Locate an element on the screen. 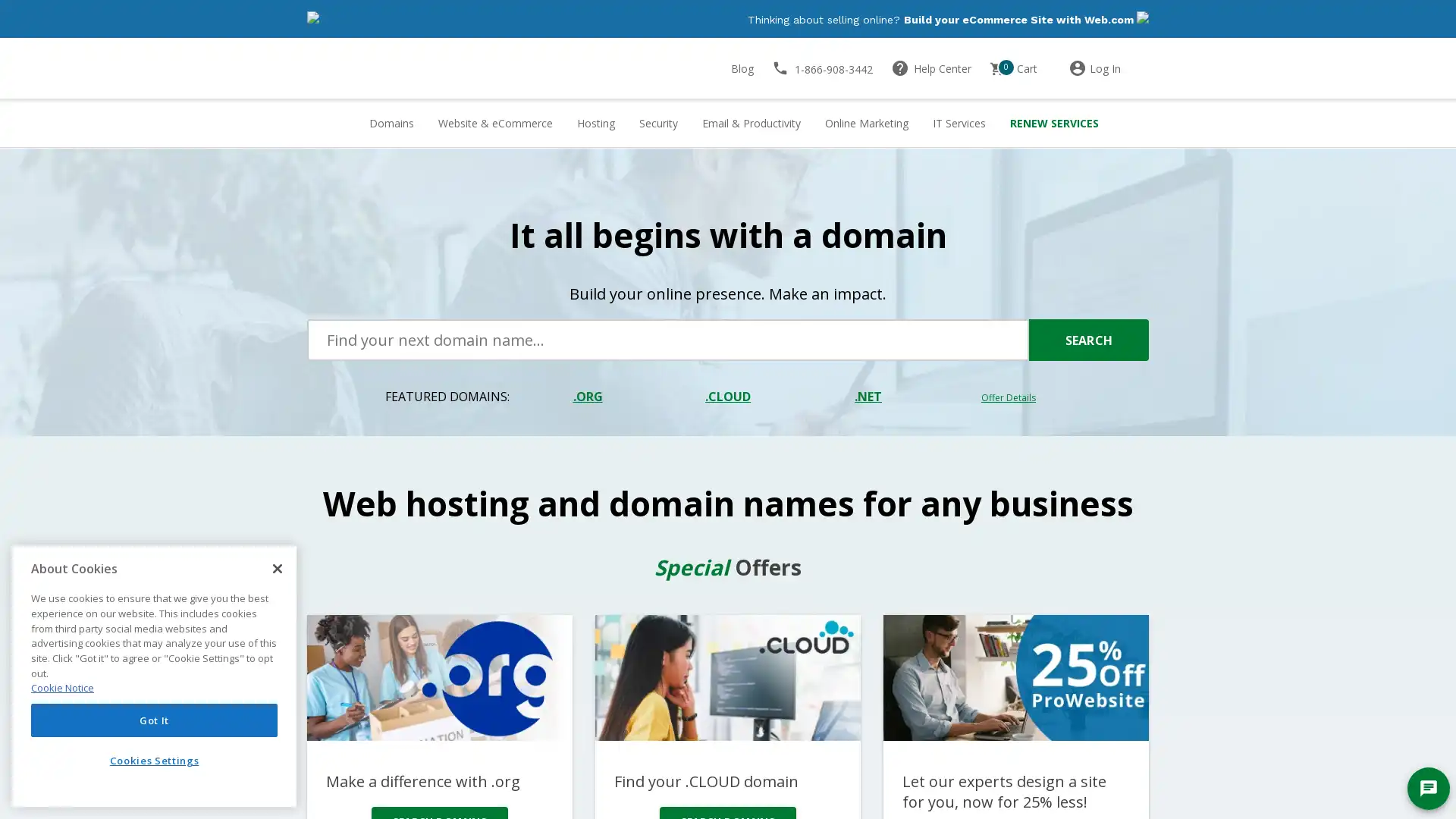 This screenshot has height=819, width=1456. Offer Details is located at coordinates (1008, 398).